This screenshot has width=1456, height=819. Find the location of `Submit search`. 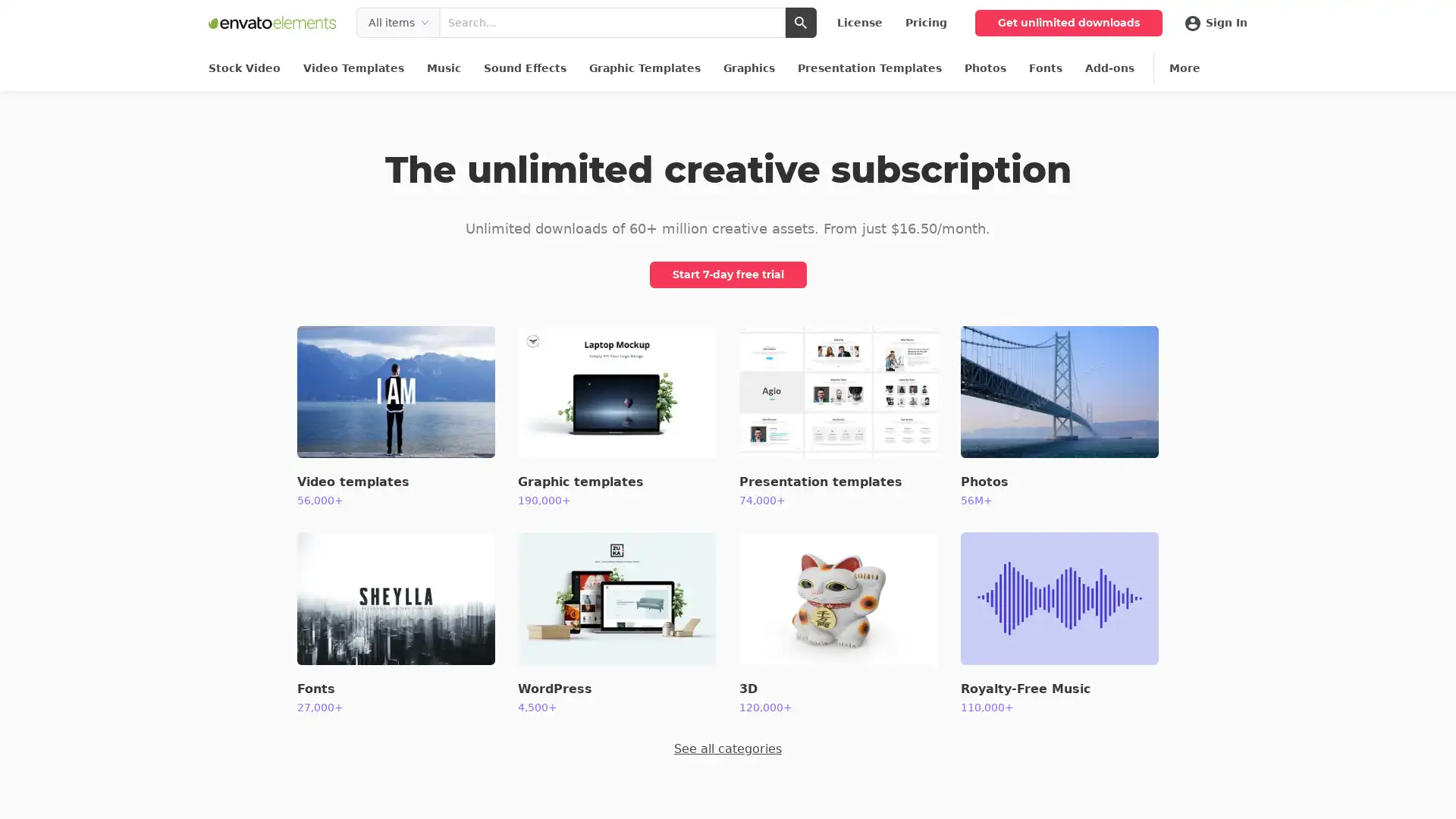

Submit search is located at coordinates (800, 23).